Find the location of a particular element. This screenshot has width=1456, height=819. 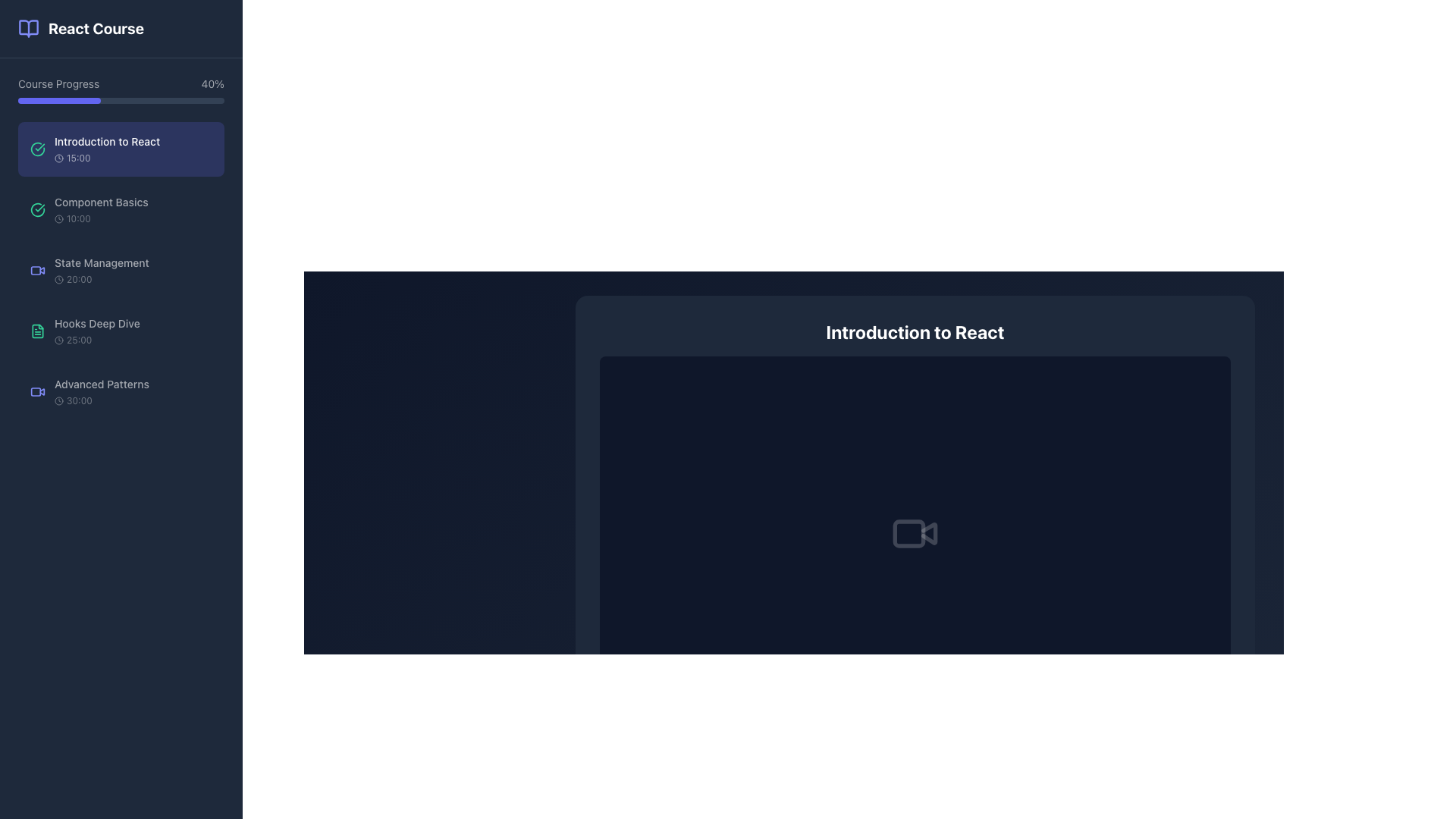

the text display block titled 'State Management' in the sidebar under 'Course Progress' is located at coordinates (133, 270).